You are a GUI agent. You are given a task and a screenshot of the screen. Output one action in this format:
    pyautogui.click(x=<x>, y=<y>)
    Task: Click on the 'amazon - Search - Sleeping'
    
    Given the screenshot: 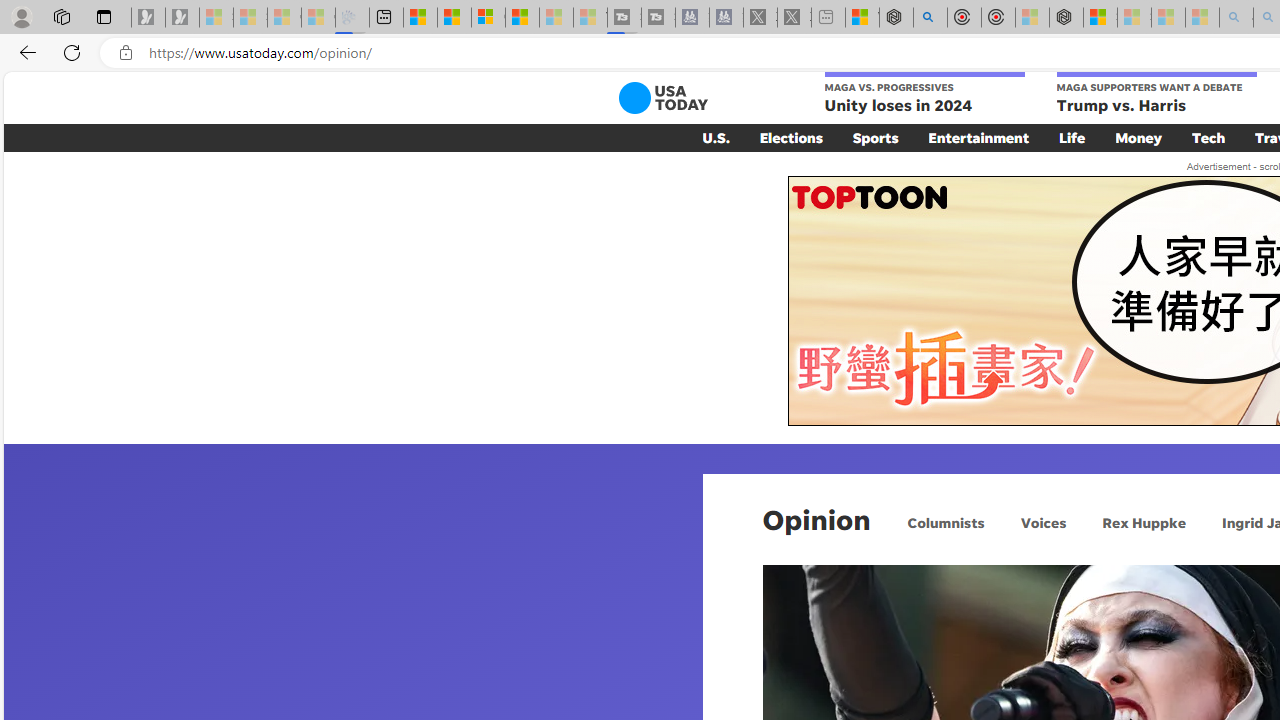 What is the action you would take?
    pyautogui.click(x=1235, y=17)
    